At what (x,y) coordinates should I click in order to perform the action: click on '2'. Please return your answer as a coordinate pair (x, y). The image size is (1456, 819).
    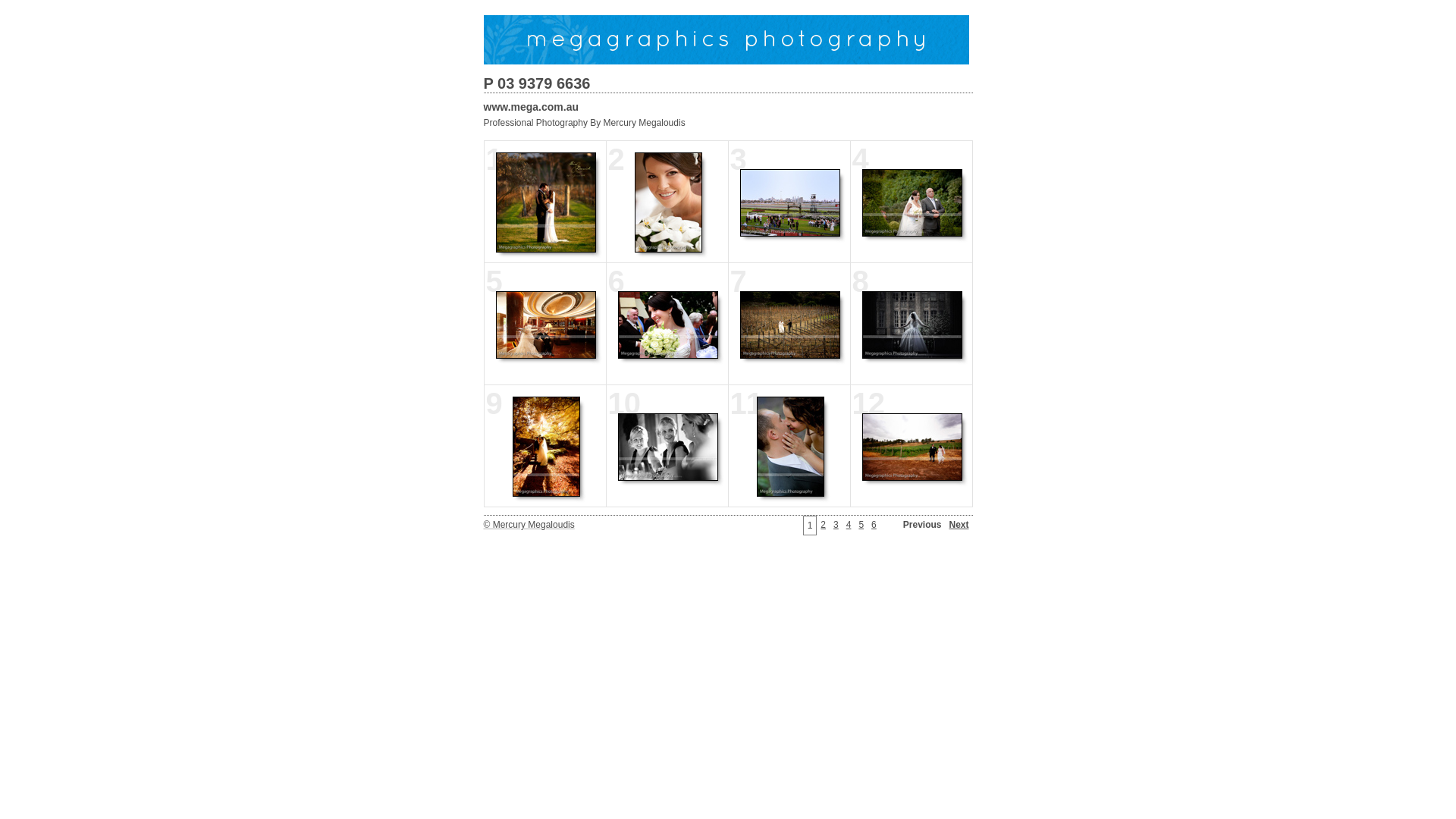
    Looking at the image, I should click on (666, 200).